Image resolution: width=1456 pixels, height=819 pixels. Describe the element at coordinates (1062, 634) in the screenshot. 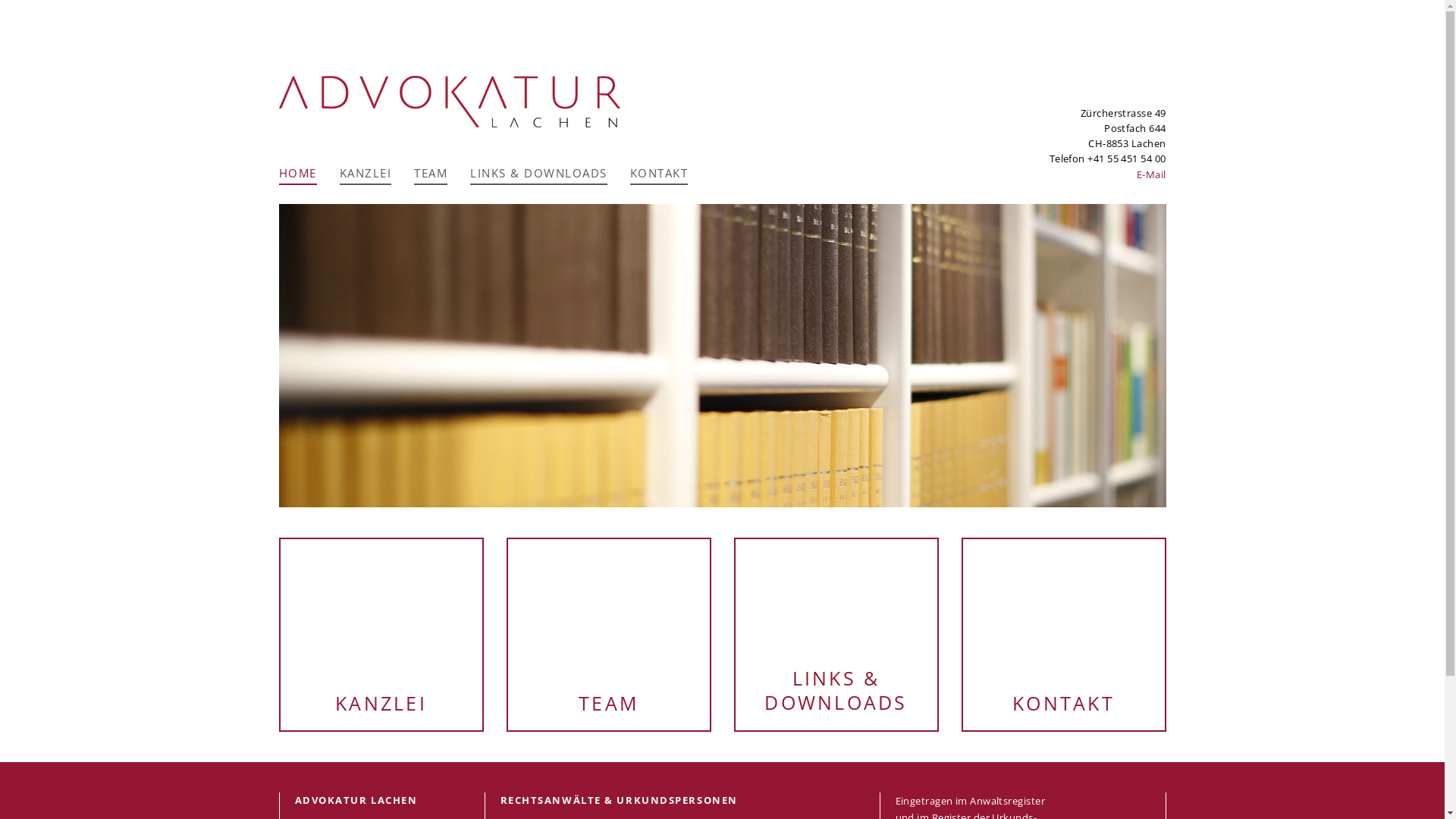

I see `'KONTAKT'` at that location.